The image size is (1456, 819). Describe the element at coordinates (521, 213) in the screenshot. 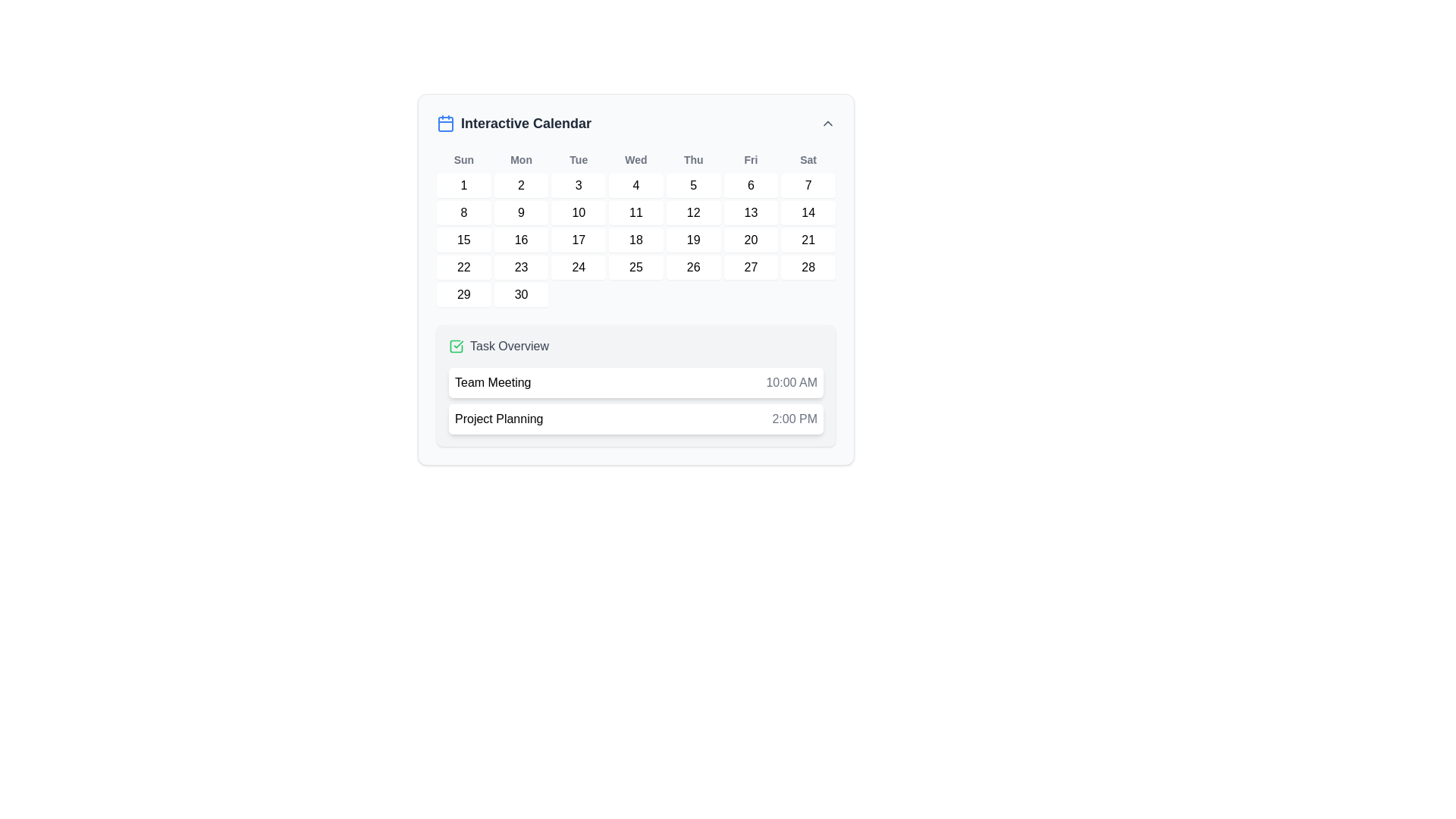

I see `the calendar day button displaying the number '9'` at that location.